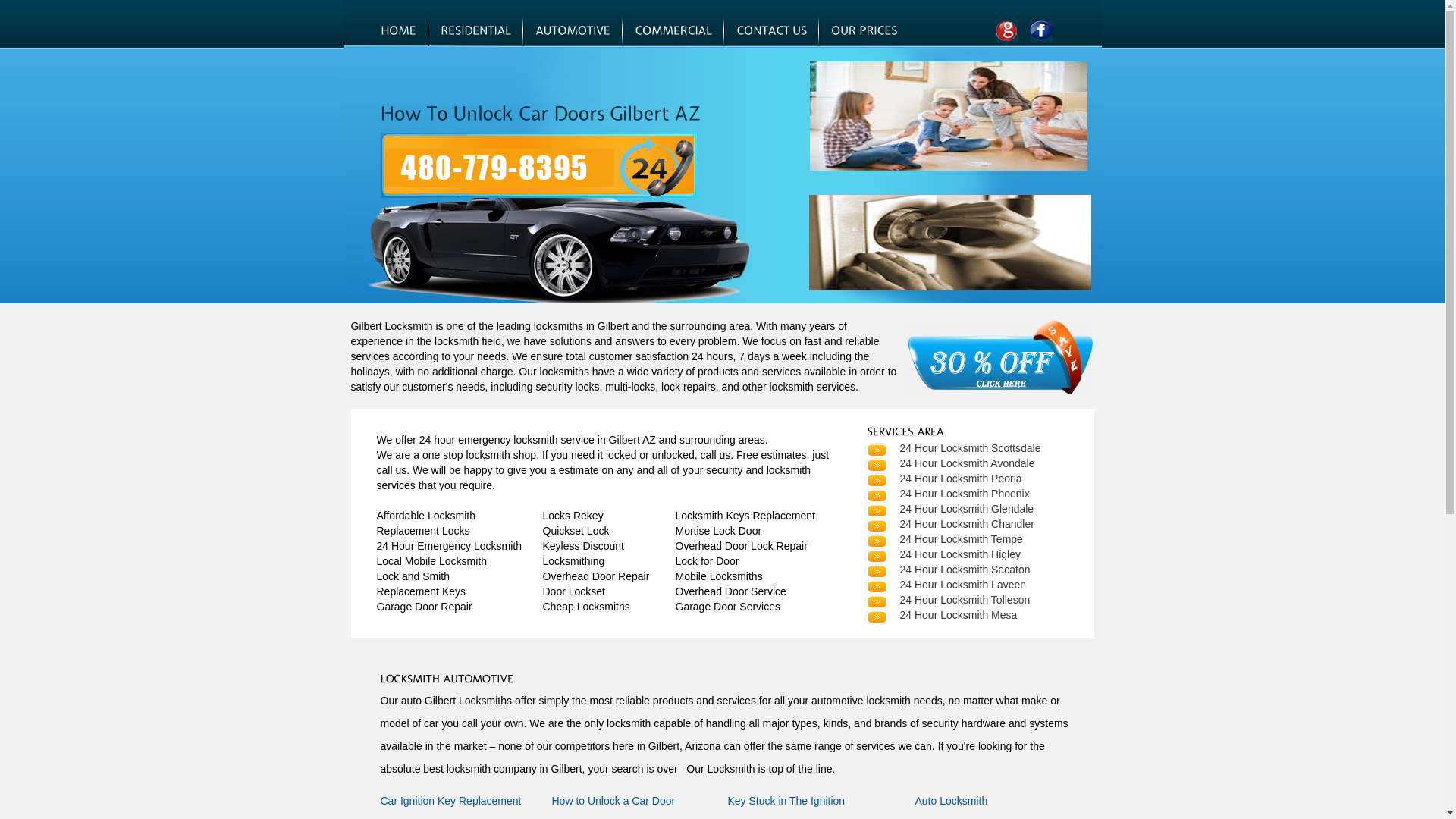 Image resolution: width=1456 pixels, height=819 pixels. I want to click on 'Car Ignition Key Replacement', so click(450, 800).